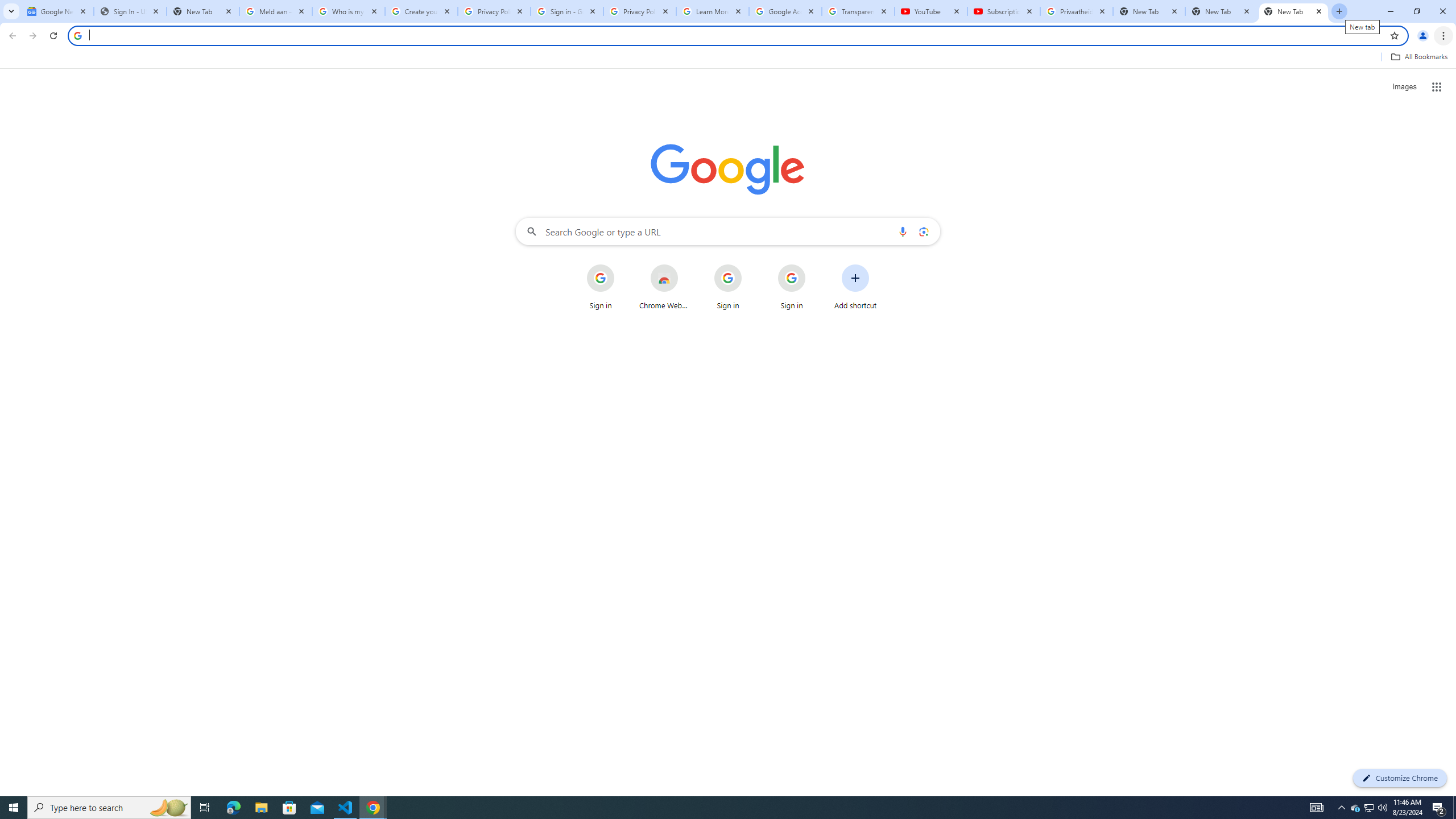 The width and height of the screenshot is (1456, 819). Describe the element at coordinates (785, 11) in the screenshot. I see `'Google Account'` at that location.